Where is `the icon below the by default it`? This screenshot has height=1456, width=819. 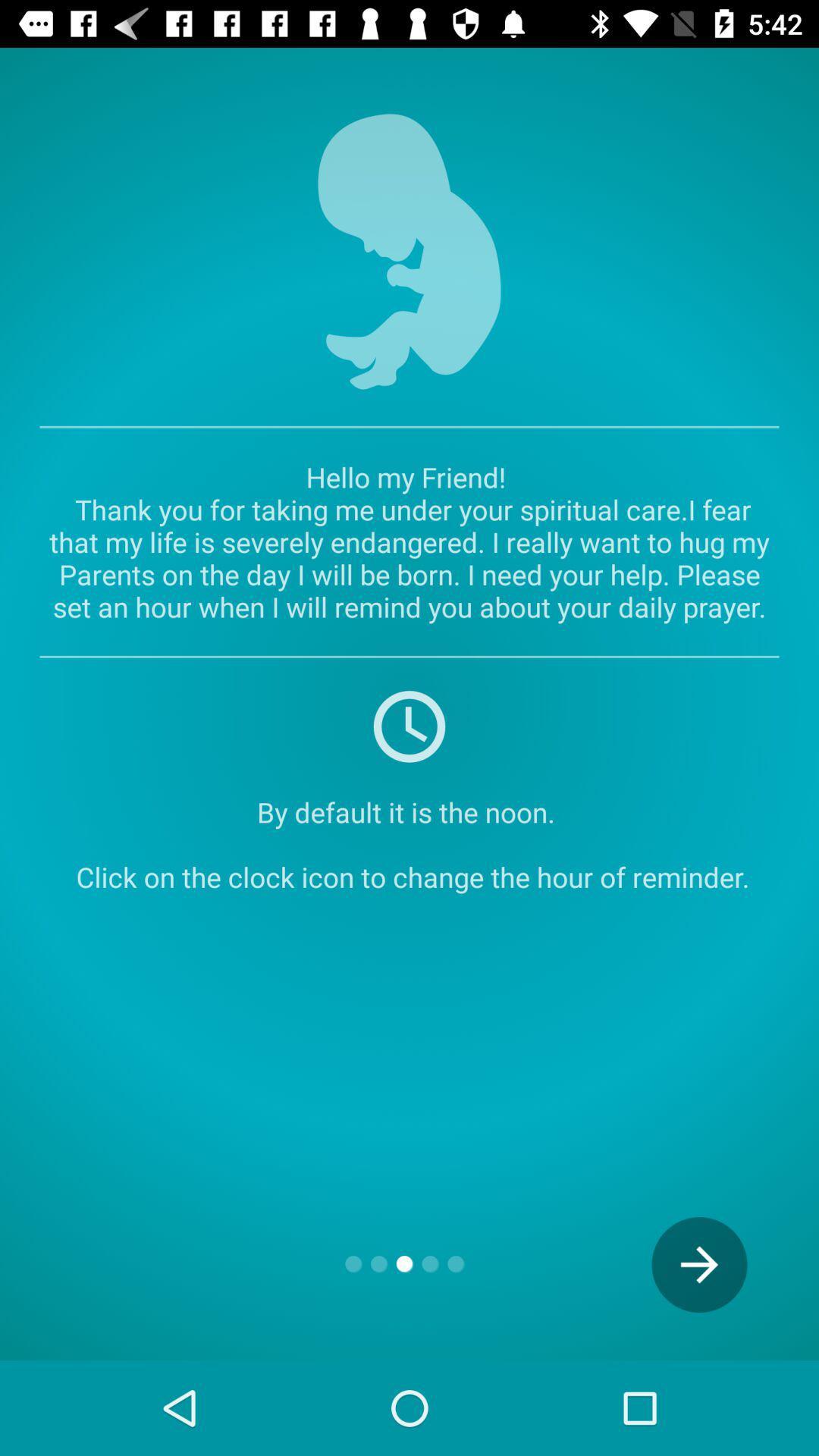 the icon below the by default it is located at coordinates (699, 1265).